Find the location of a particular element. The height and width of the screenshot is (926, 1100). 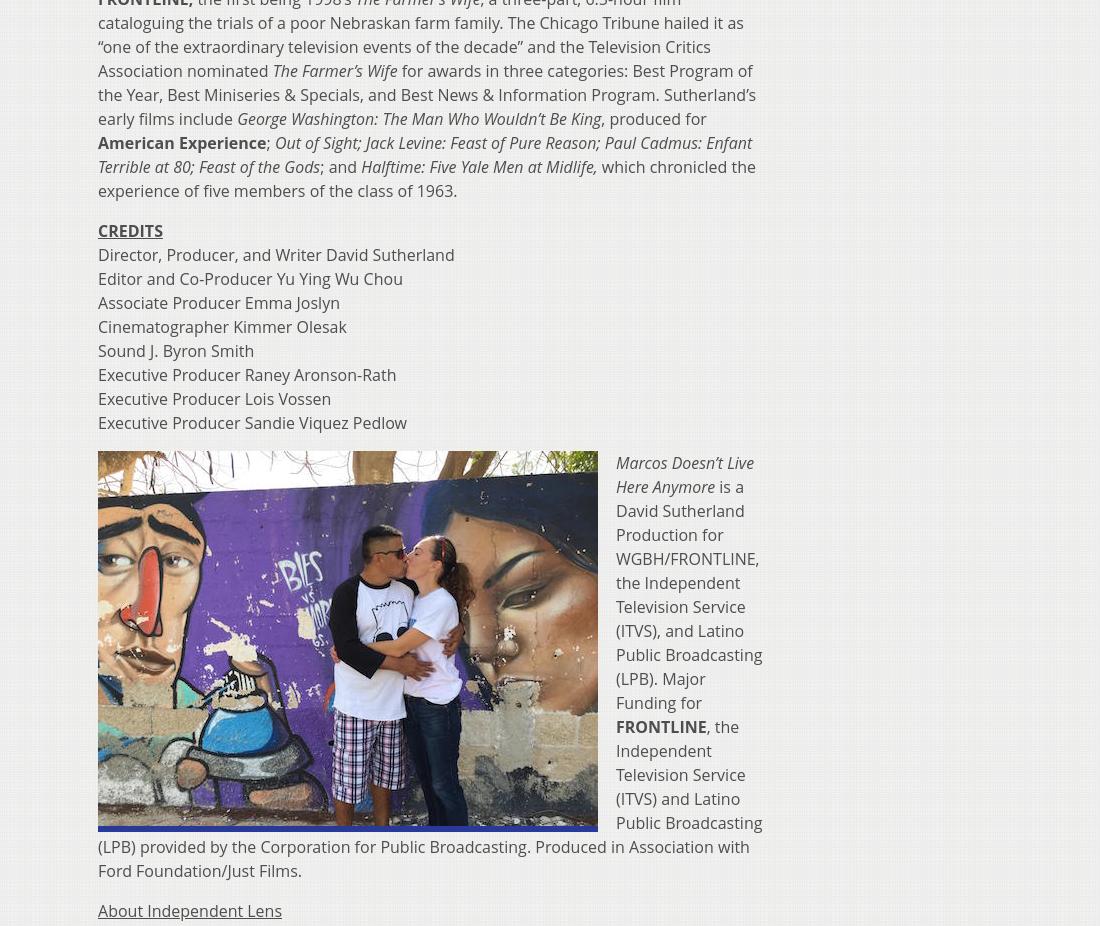

'; and' is located at coordinates (339, 165).